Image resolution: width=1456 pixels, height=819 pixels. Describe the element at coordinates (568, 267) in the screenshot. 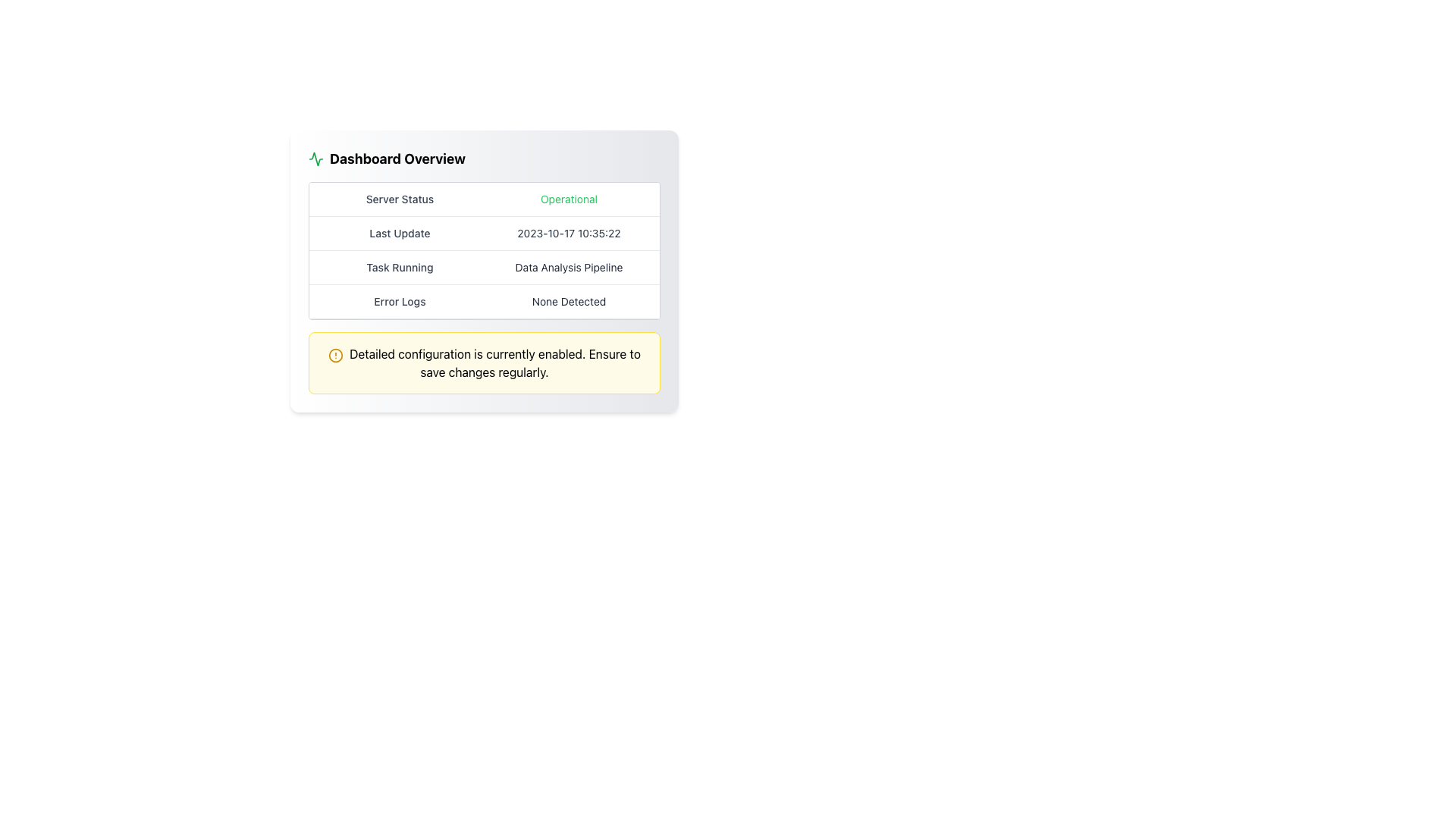

I see `the text label displaying 'Data Analysis Pipeline', which is a small, gray font located in the structured table layout under the 'Dashboard Overview' heading` at that location.